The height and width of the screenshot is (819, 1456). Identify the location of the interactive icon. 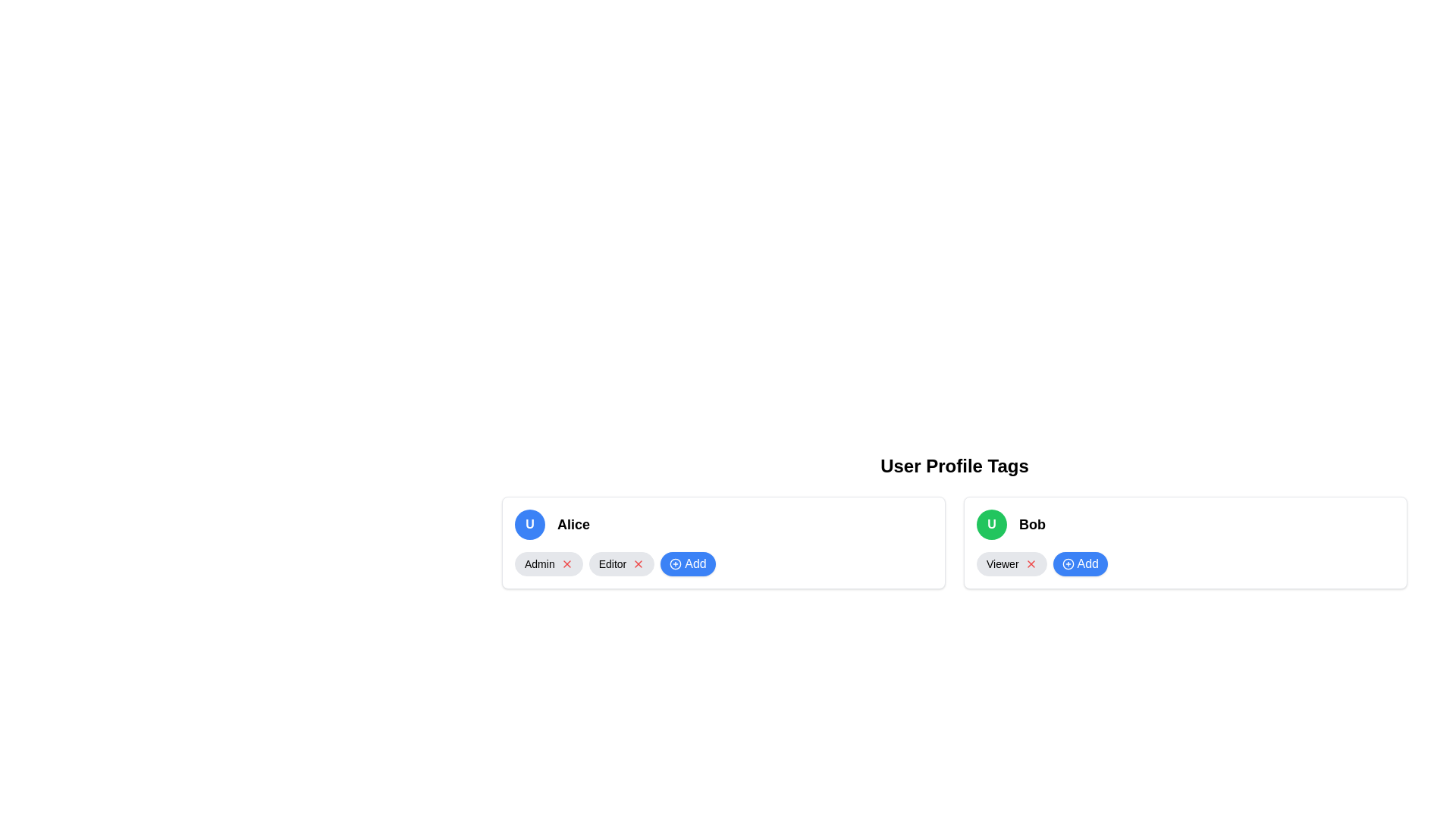
(639, 564).